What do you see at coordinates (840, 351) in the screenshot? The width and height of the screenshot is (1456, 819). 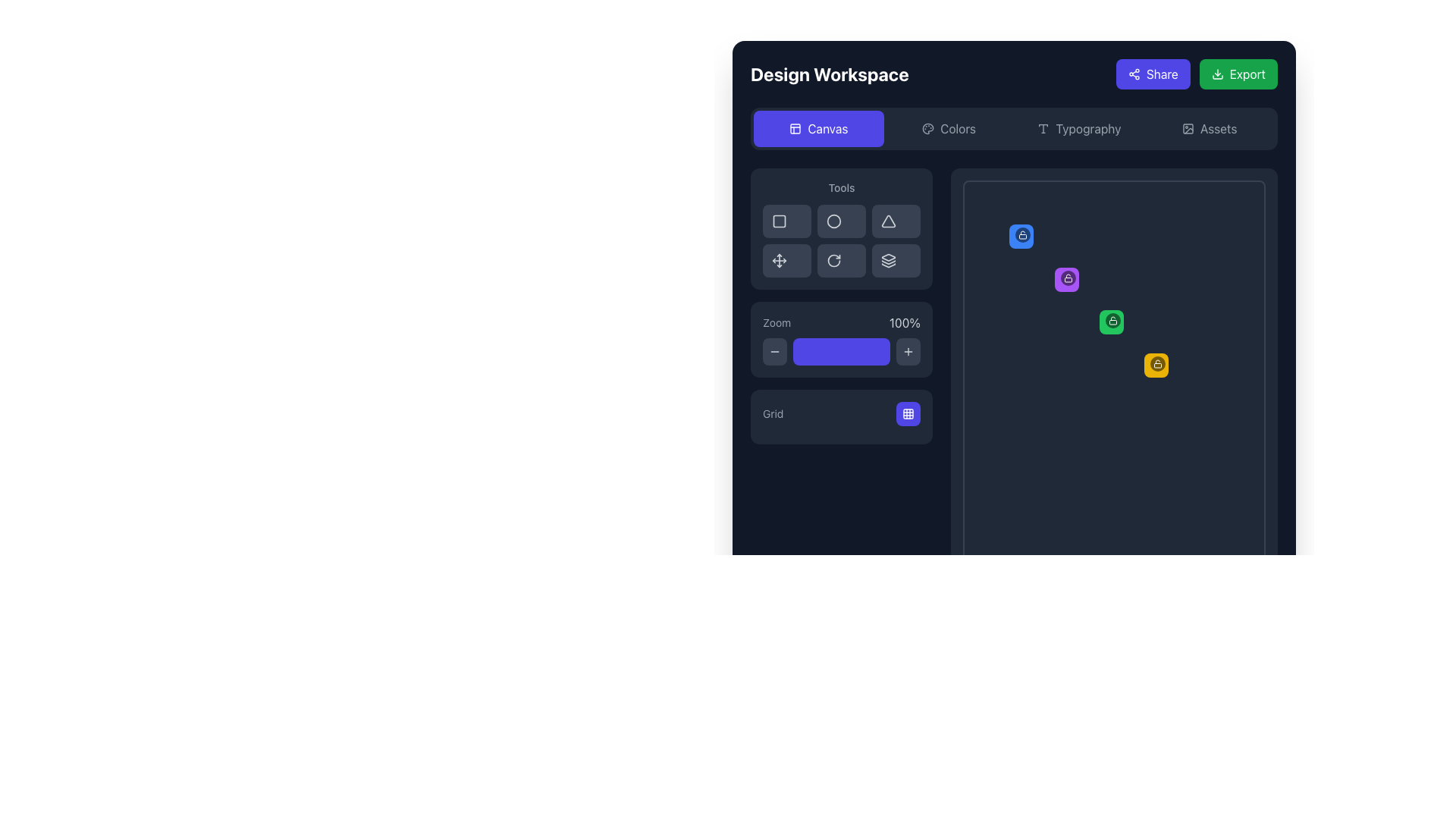 I see `the rectangular progress bar with a gray background and indigo segment, located centrally in the 'Zoom' section of the interface` at bounding box center [840, 351].